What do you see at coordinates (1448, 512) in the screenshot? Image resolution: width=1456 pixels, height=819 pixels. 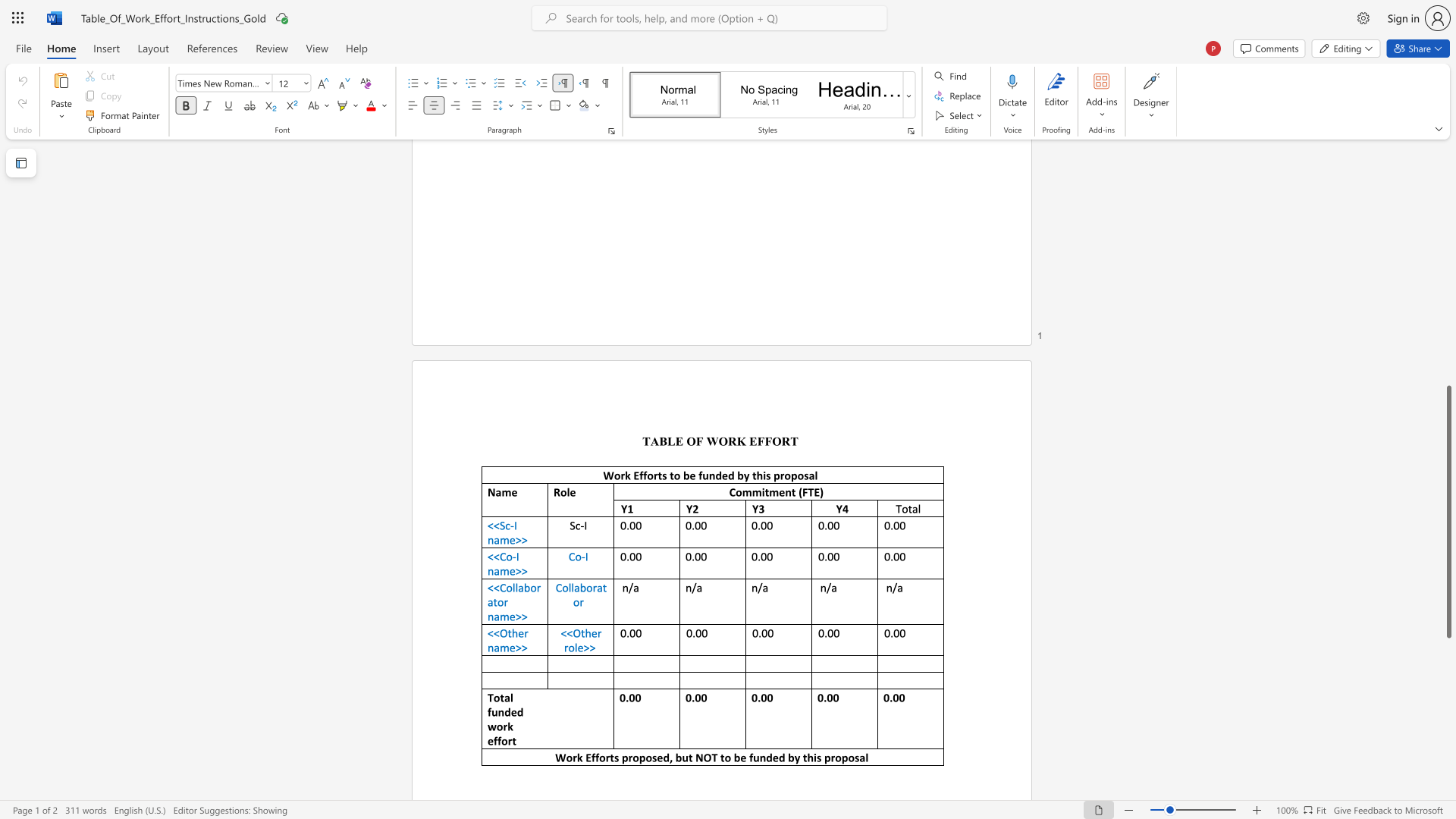 I see `the scrollbar and move up 600 pixels` at bounding box center [1448, 512].